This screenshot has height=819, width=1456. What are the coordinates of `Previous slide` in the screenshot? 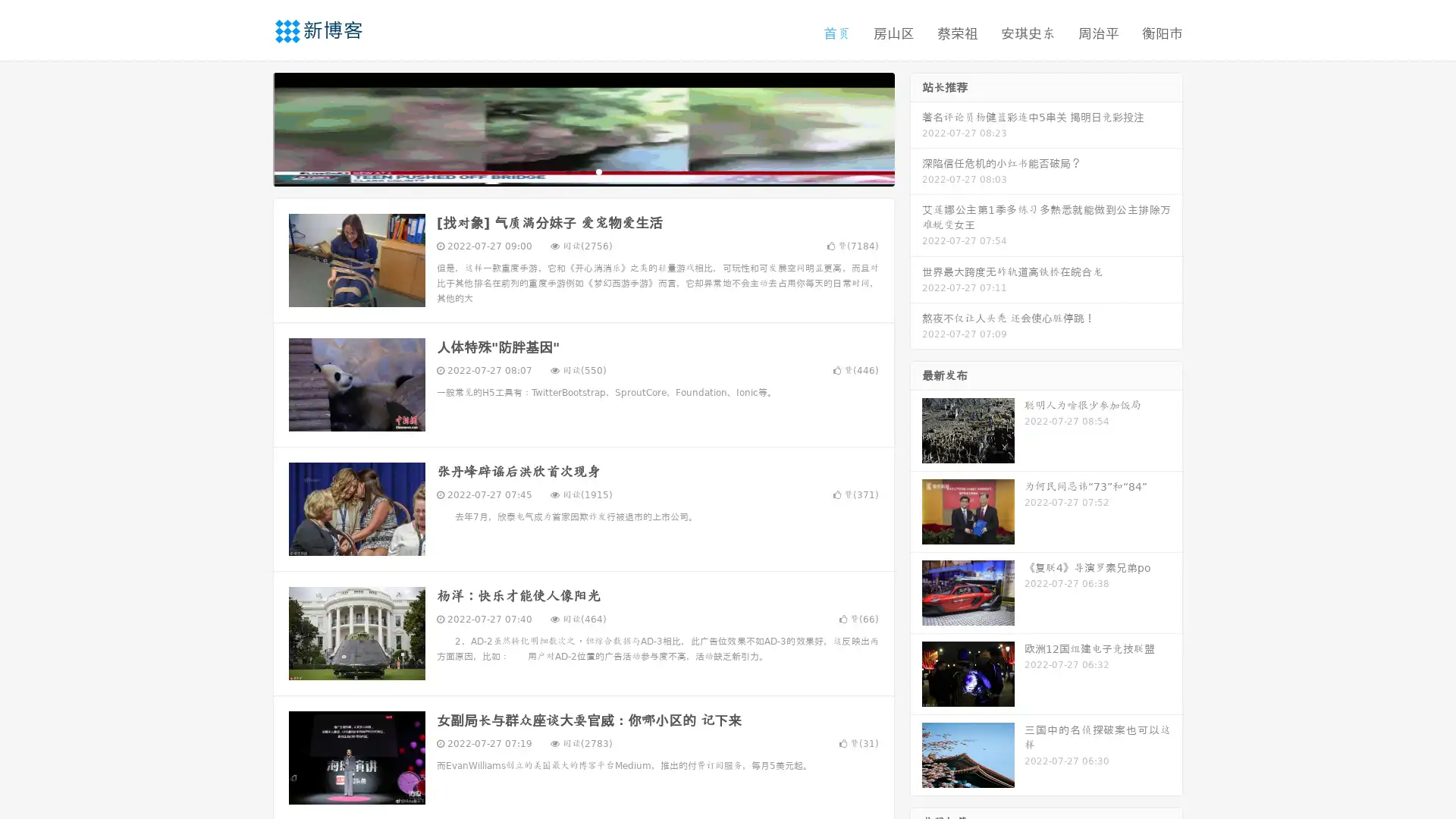 It's located at (250, 127).